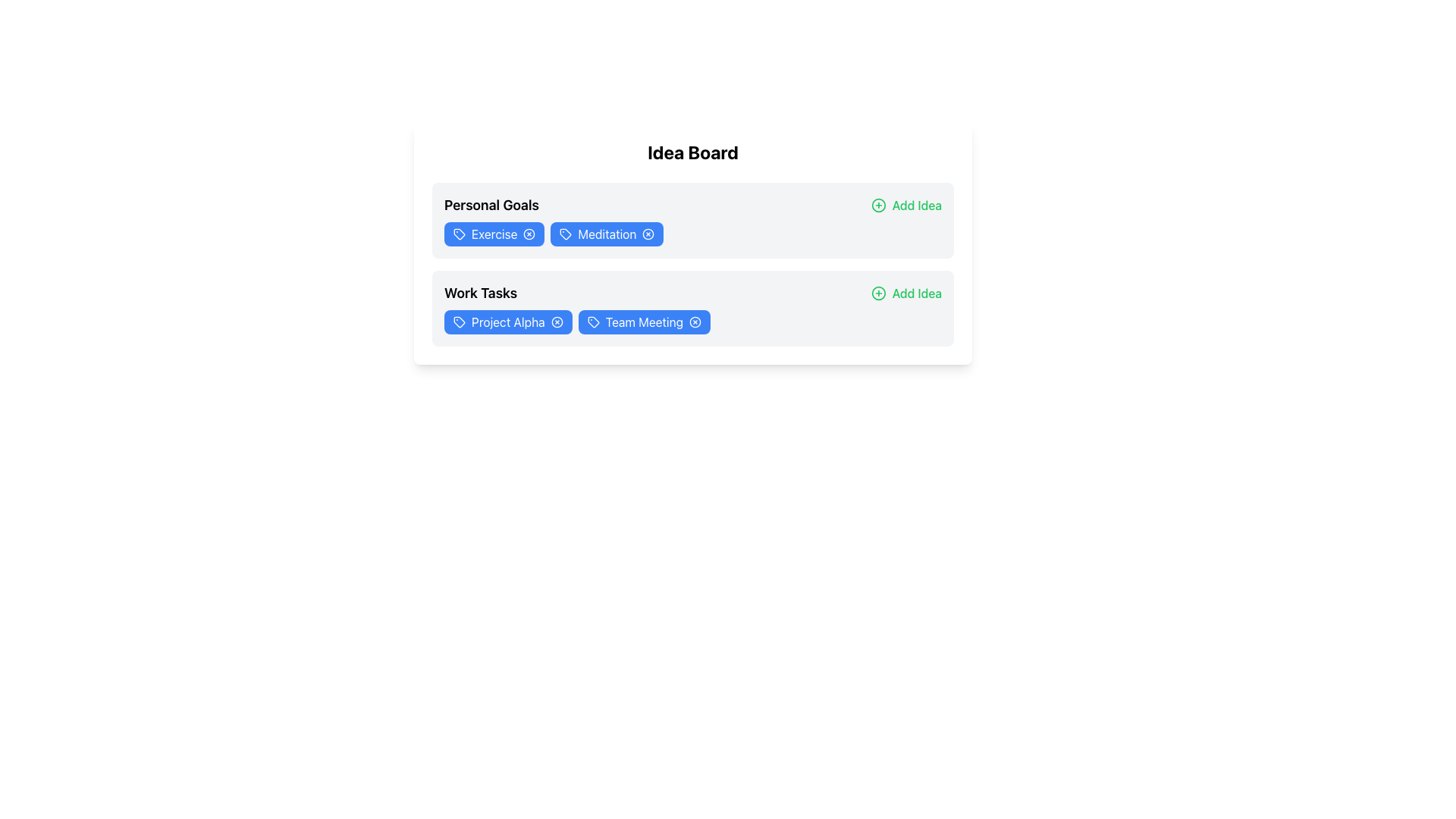  I want to click on the second 'Add Idea' button located to the right of the 'Work Tasks' section, so click(906, 293).